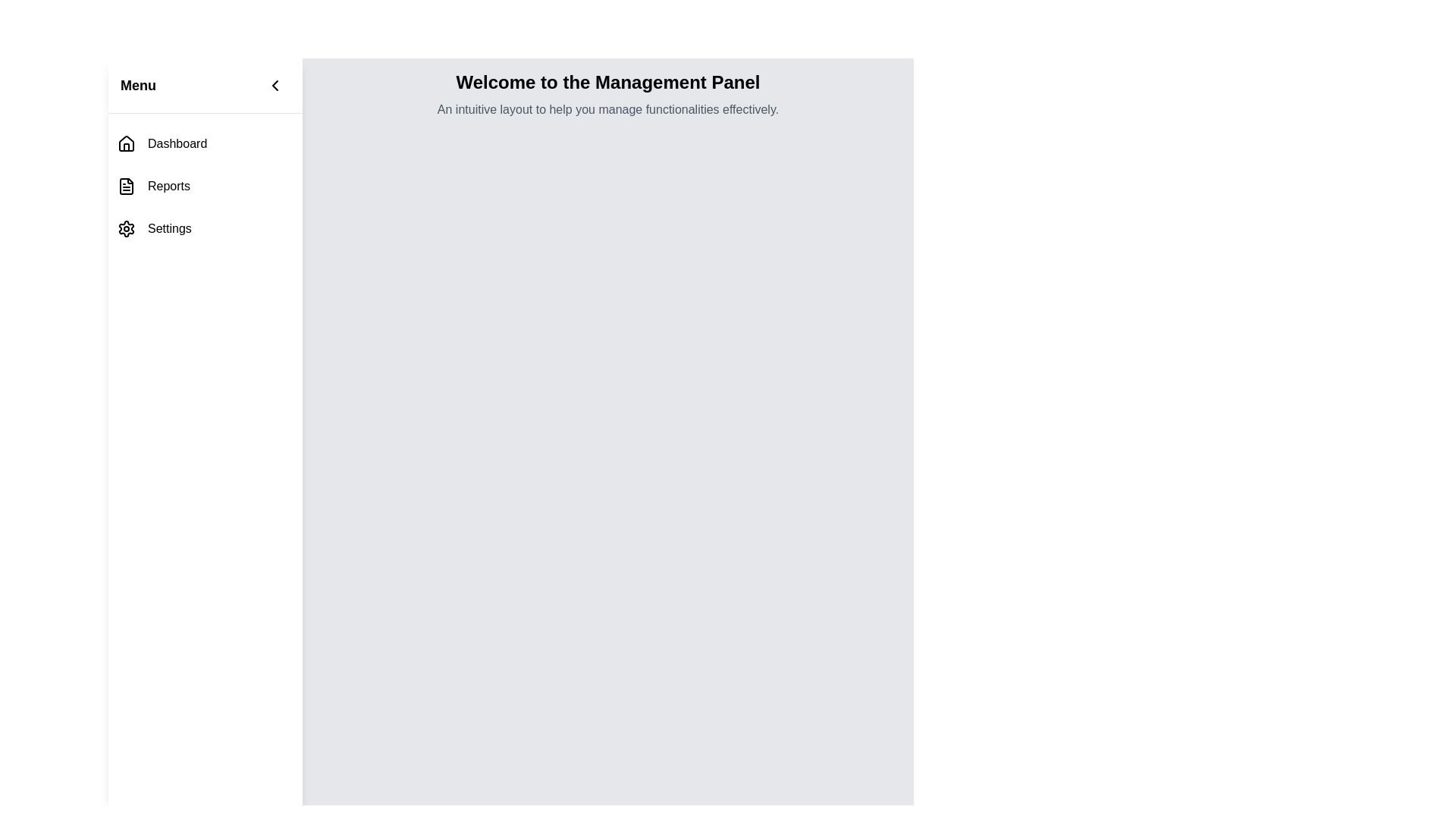 The width and height of the screenshot is (1456, 819). I want to click on the document icon represented by a rectangle with a folded corner, which is the second icon in a vertical list of three icons in the left-side menu panel, adjacent to the 'Reports' label, so click(127, 186).